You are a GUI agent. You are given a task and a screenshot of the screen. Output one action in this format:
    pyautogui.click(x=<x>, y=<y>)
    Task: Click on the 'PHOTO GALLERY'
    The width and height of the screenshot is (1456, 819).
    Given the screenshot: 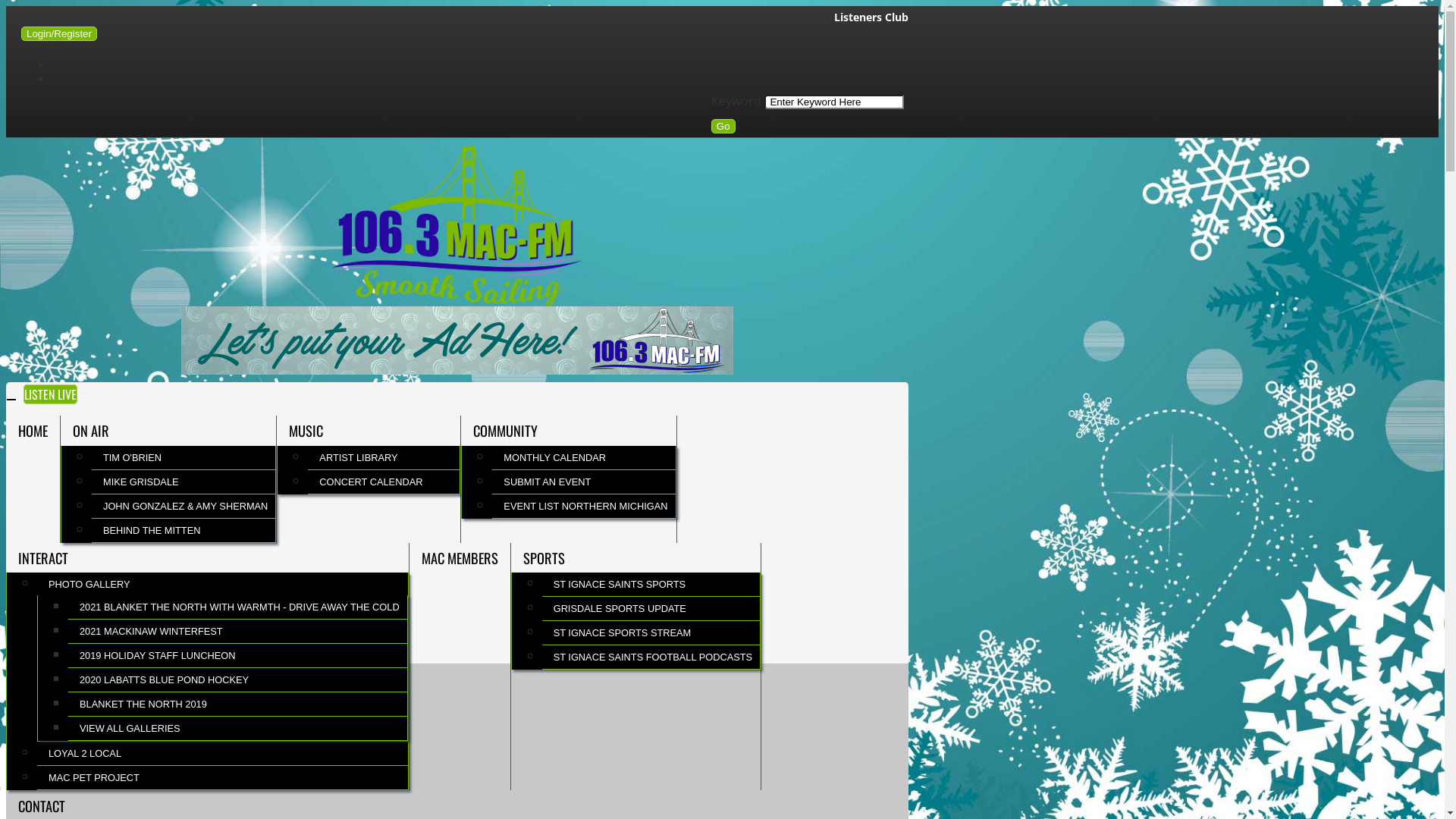 What is the action you would take?
    pyautogui.click(x=36, y=583)
    